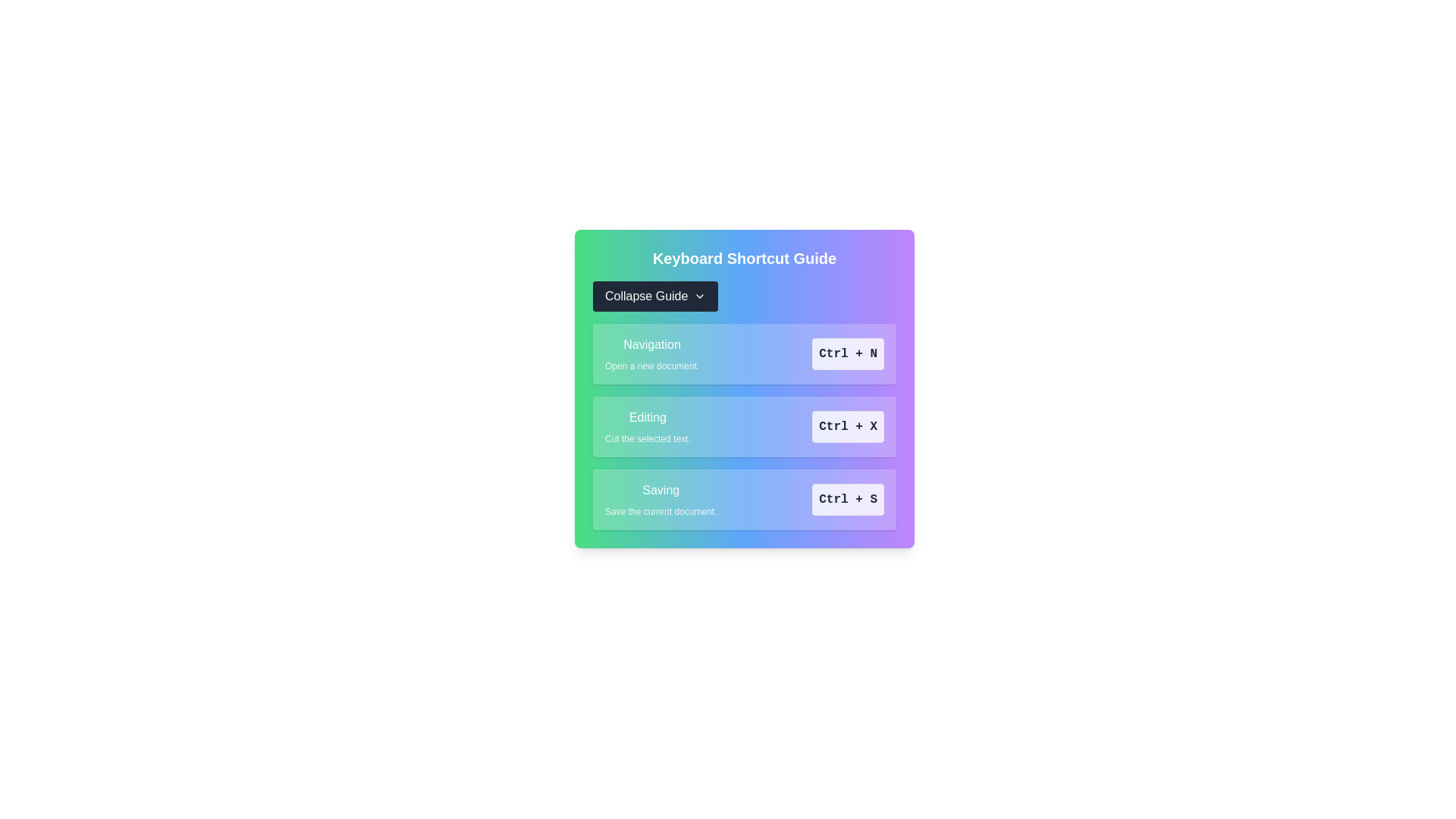  I want to click on the second item in the list of keyboard shortcut guides, which provides information about a specific keyboard shortcut and its key combination, so click(745, 388).